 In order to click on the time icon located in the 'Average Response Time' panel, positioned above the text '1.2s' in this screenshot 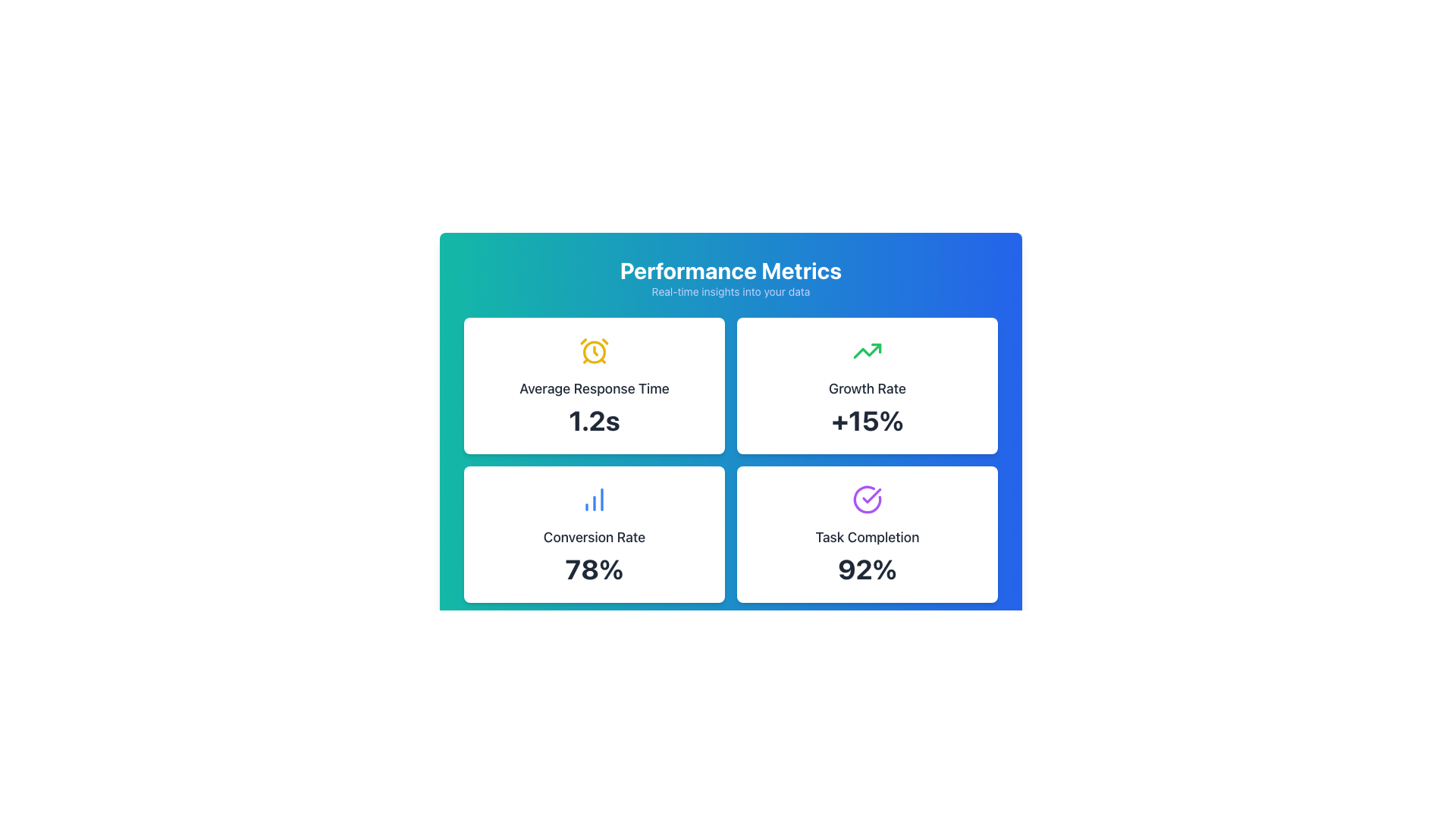, I will do `click(593, 350)`.